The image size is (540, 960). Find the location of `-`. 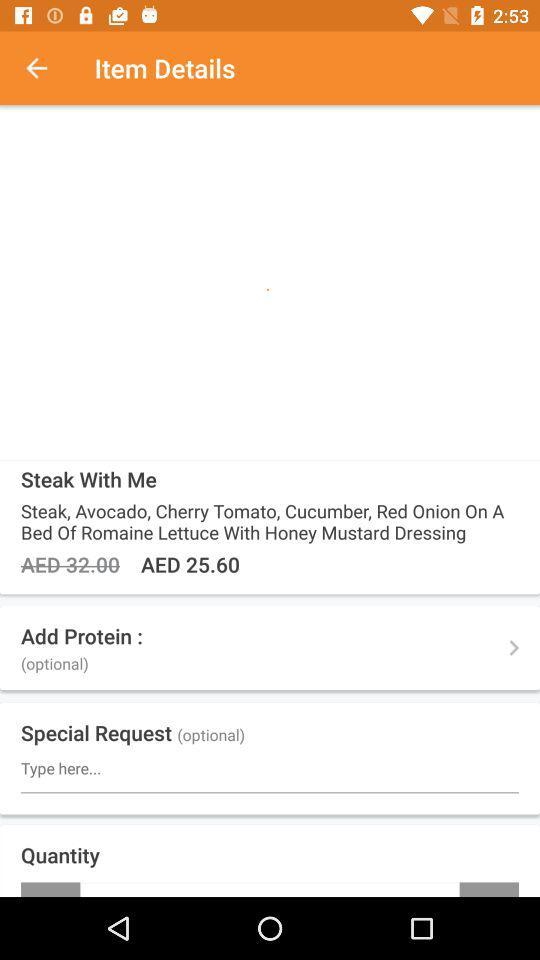

- is located at coordinates (50, 888).